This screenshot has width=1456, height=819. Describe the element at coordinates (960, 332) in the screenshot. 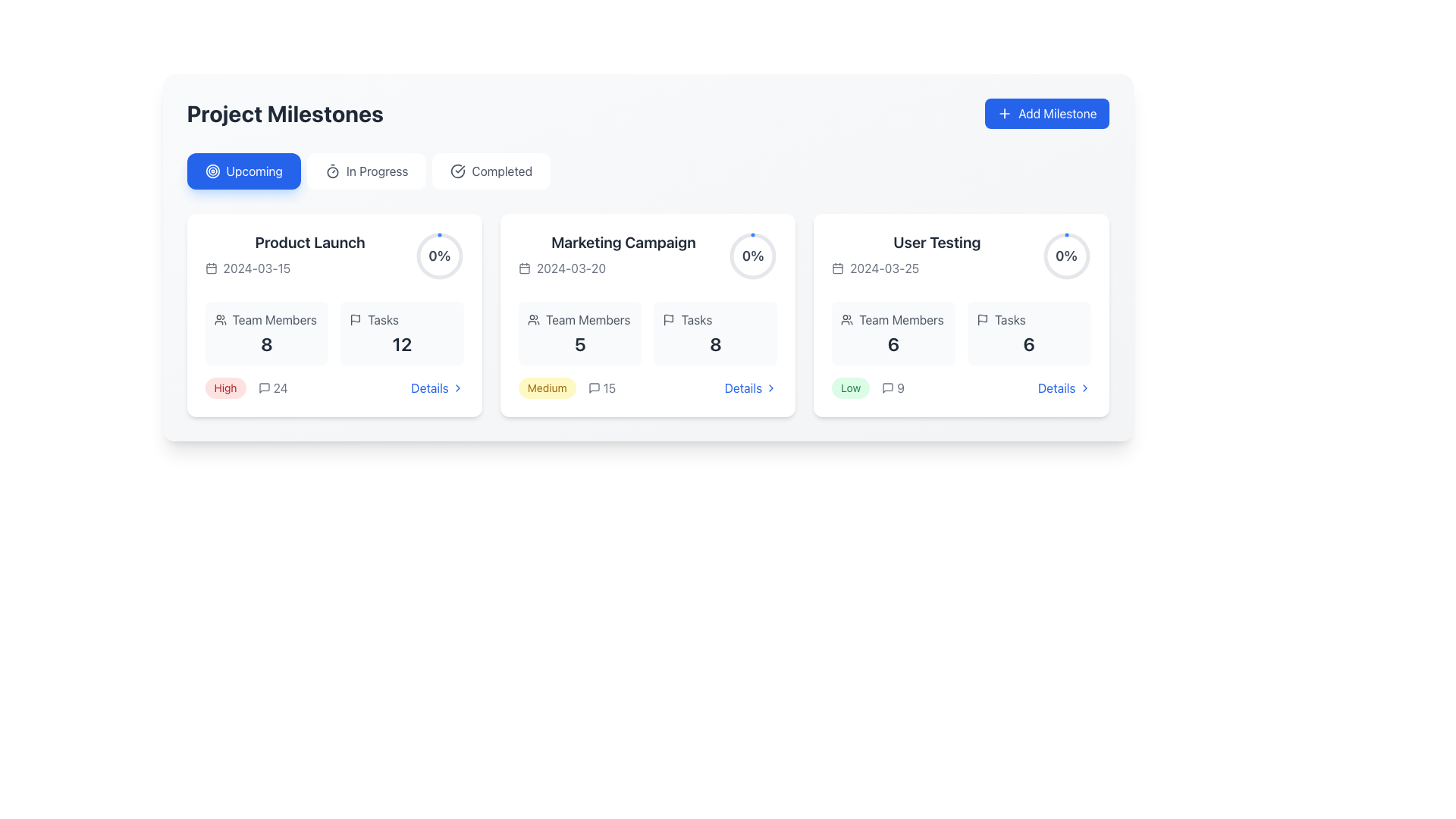

I see `the Information display grid that summarizes team members and tasks for the 'User Testing' milestone, located in the lower portion of the 'User Testing' card, above the 'Low' badge and 'Details' link` at that location.